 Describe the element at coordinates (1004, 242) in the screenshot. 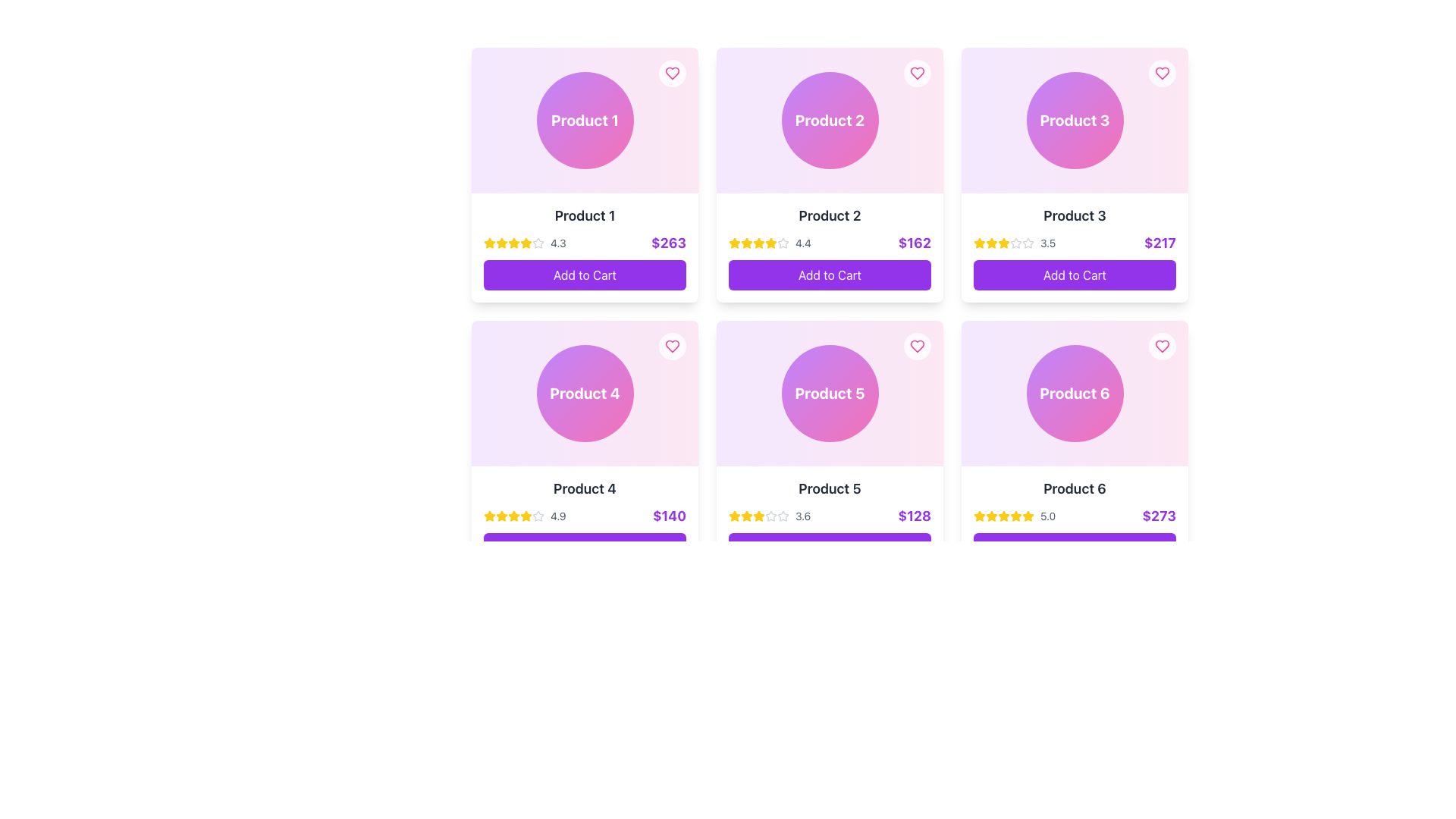

I see `the fourth yellow star icon in the rating display below the 'Product 3' card` at that location.